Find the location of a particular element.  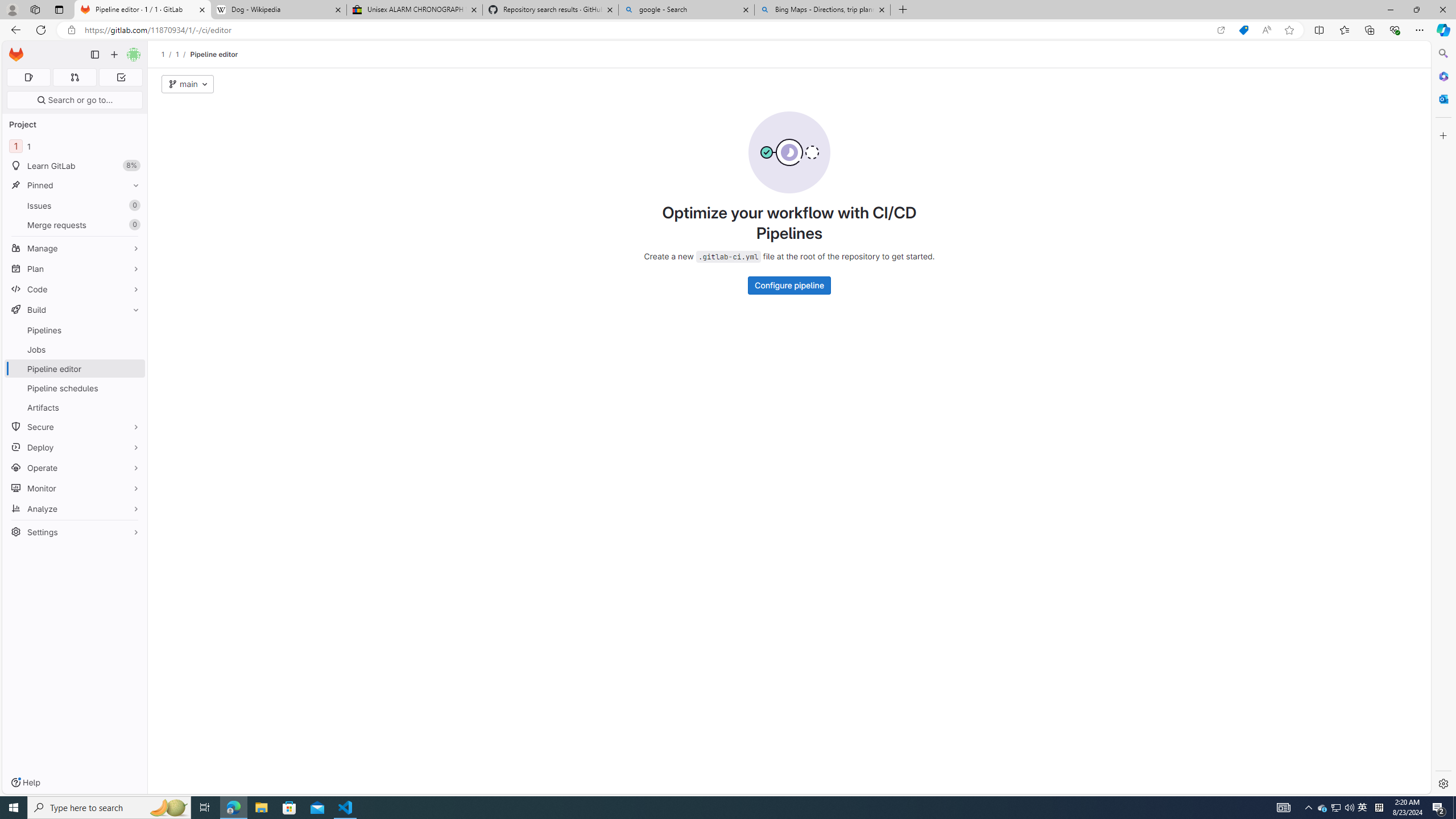

'main' is located at coordinates (188, 84).